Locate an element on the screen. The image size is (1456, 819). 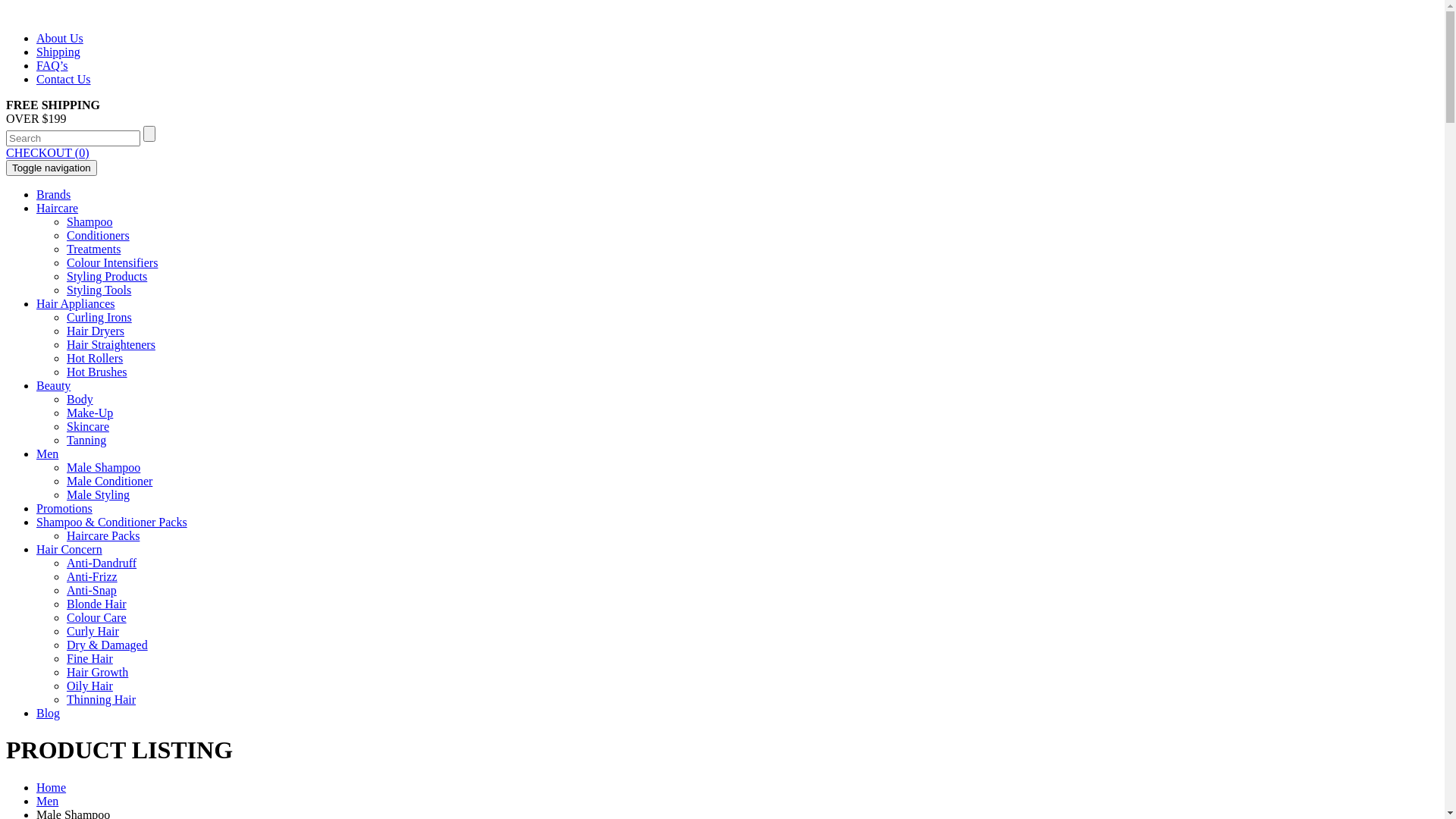
'Oily Hair' is located at coordinates (89, 686).